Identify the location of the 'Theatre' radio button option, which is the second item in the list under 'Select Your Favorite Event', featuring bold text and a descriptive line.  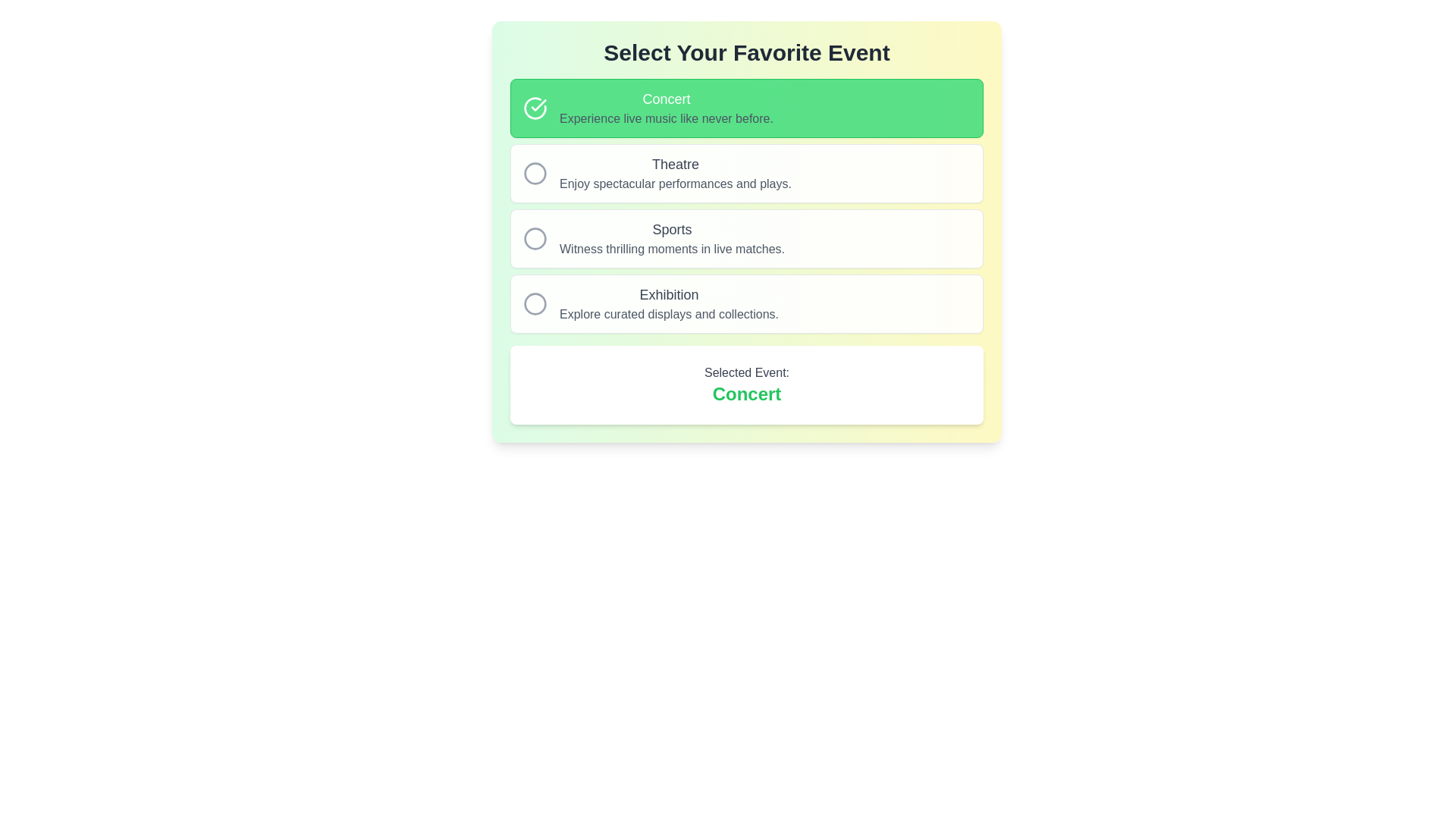
(746, 172).